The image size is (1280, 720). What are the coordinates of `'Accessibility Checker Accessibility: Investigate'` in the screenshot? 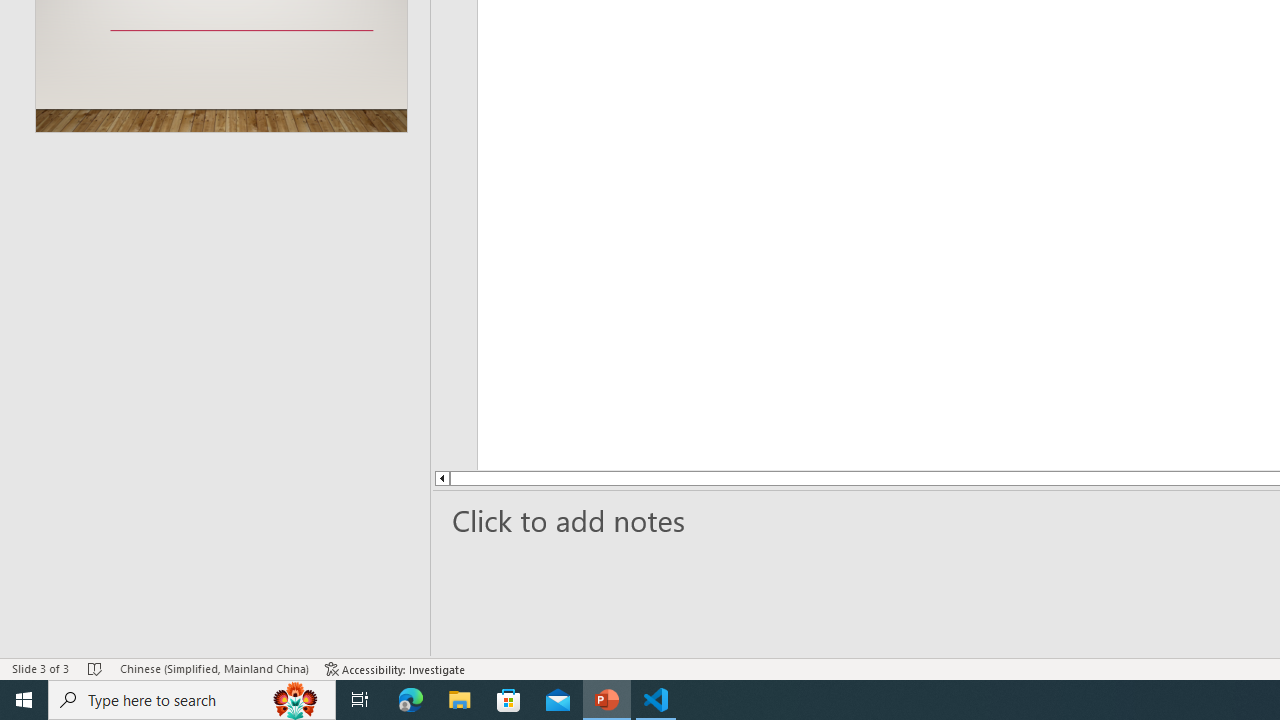 It's located at (395, 669).